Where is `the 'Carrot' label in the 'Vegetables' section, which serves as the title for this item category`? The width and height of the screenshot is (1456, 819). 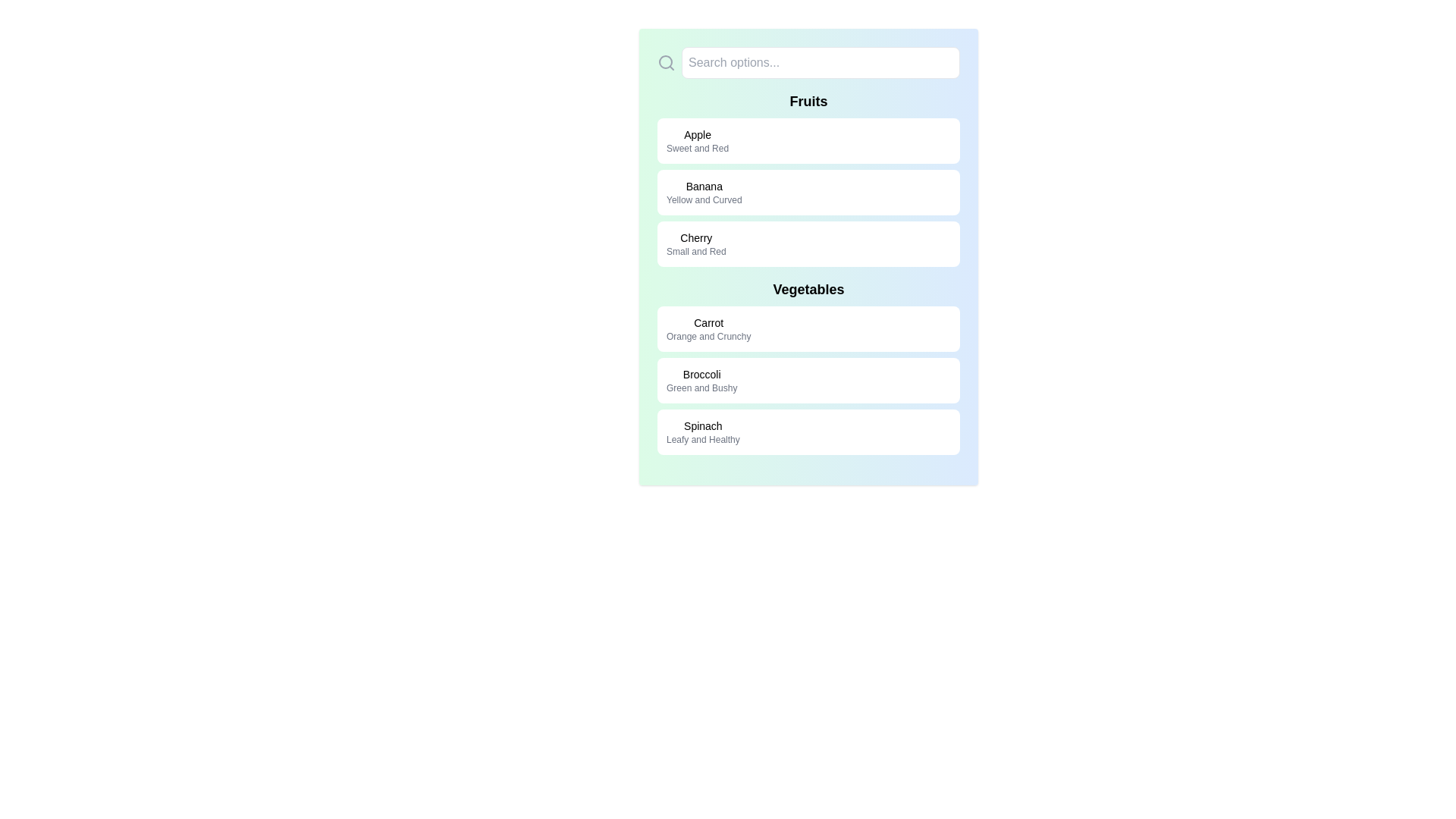
the 'Carrot' label in the 'Vegetables' section, which serves as the title for this item category is located at coordinates (708, 322).